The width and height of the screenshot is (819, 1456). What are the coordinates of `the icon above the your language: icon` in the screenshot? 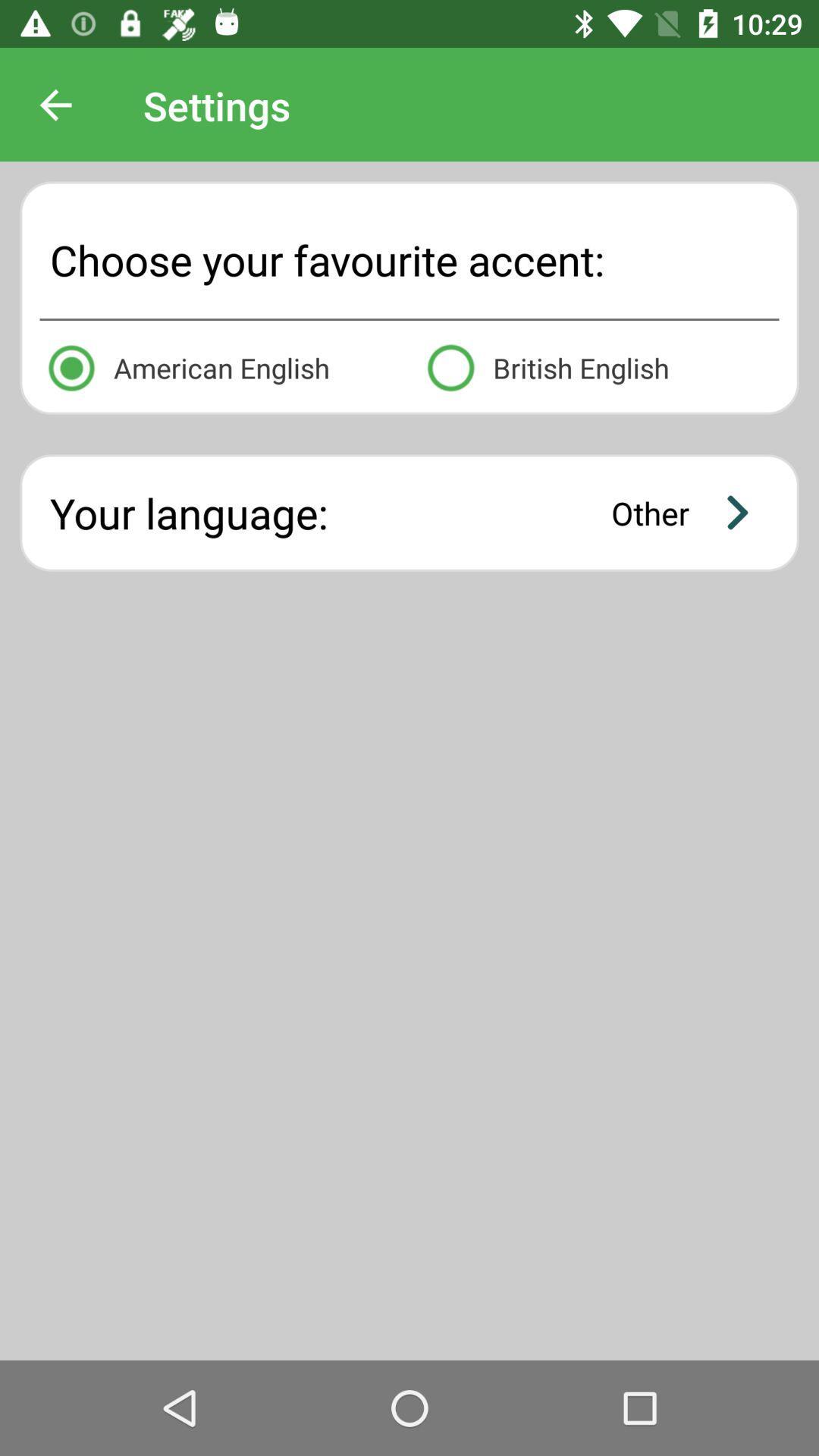 It's located at (219, 365).